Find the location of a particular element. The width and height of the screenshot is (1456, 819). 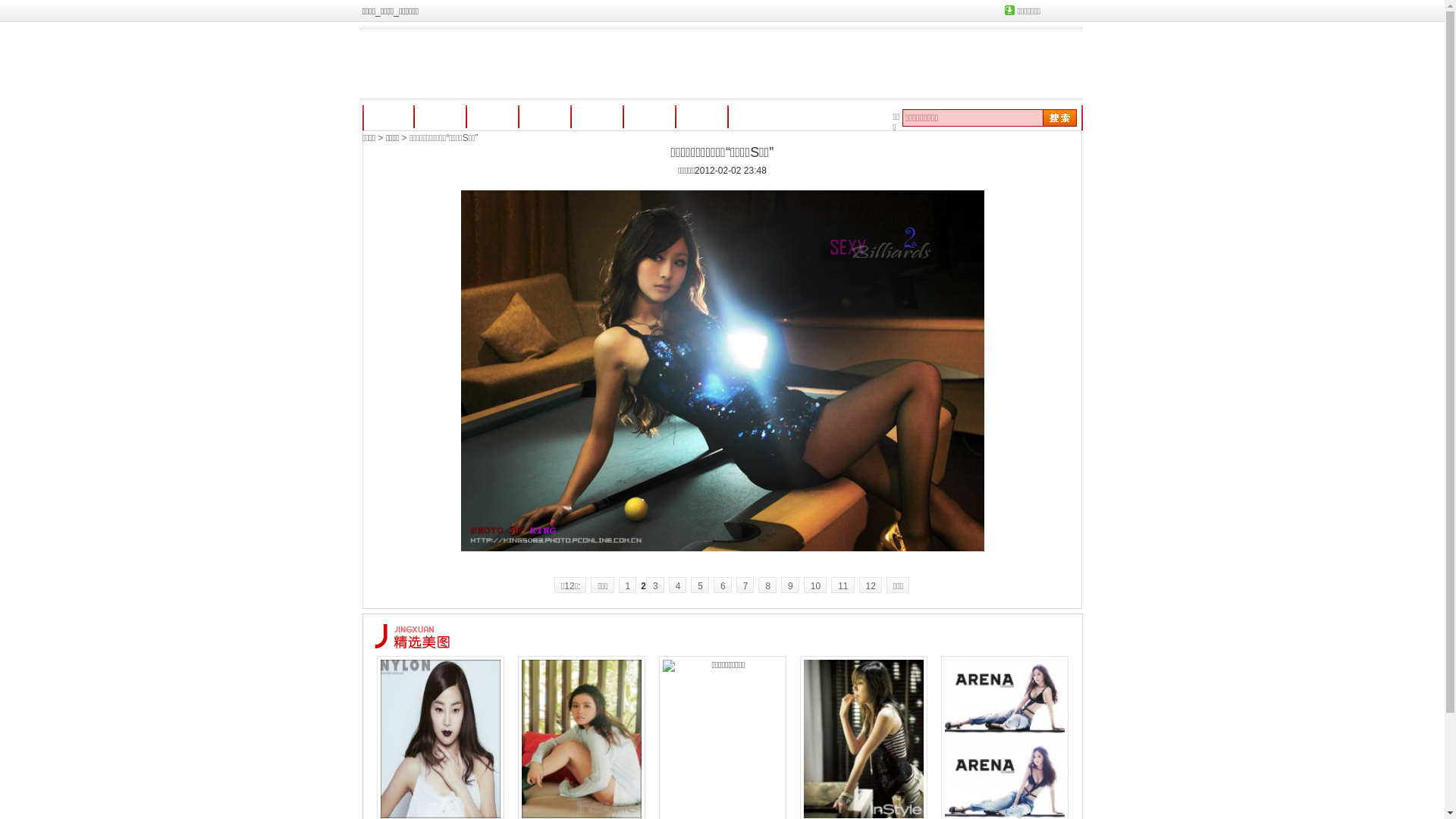

'1' is located at coordinates (628, 584).